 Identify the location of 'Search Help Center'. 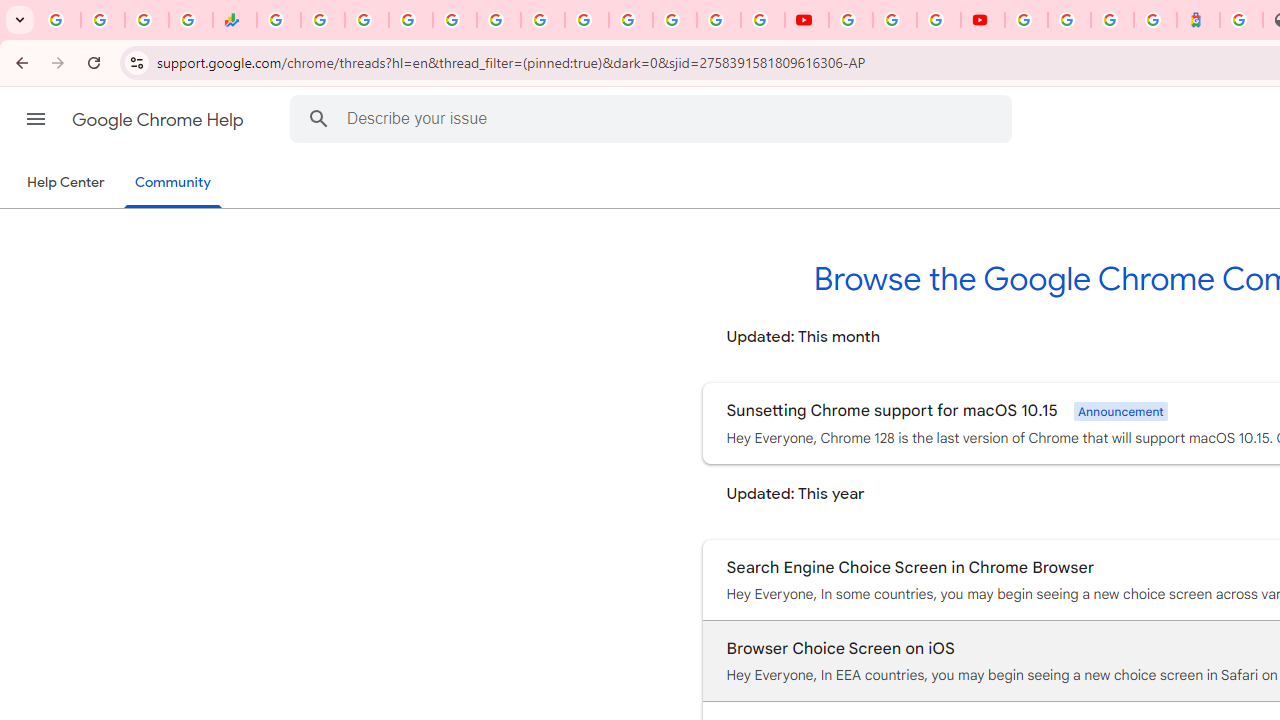
(317, 118).